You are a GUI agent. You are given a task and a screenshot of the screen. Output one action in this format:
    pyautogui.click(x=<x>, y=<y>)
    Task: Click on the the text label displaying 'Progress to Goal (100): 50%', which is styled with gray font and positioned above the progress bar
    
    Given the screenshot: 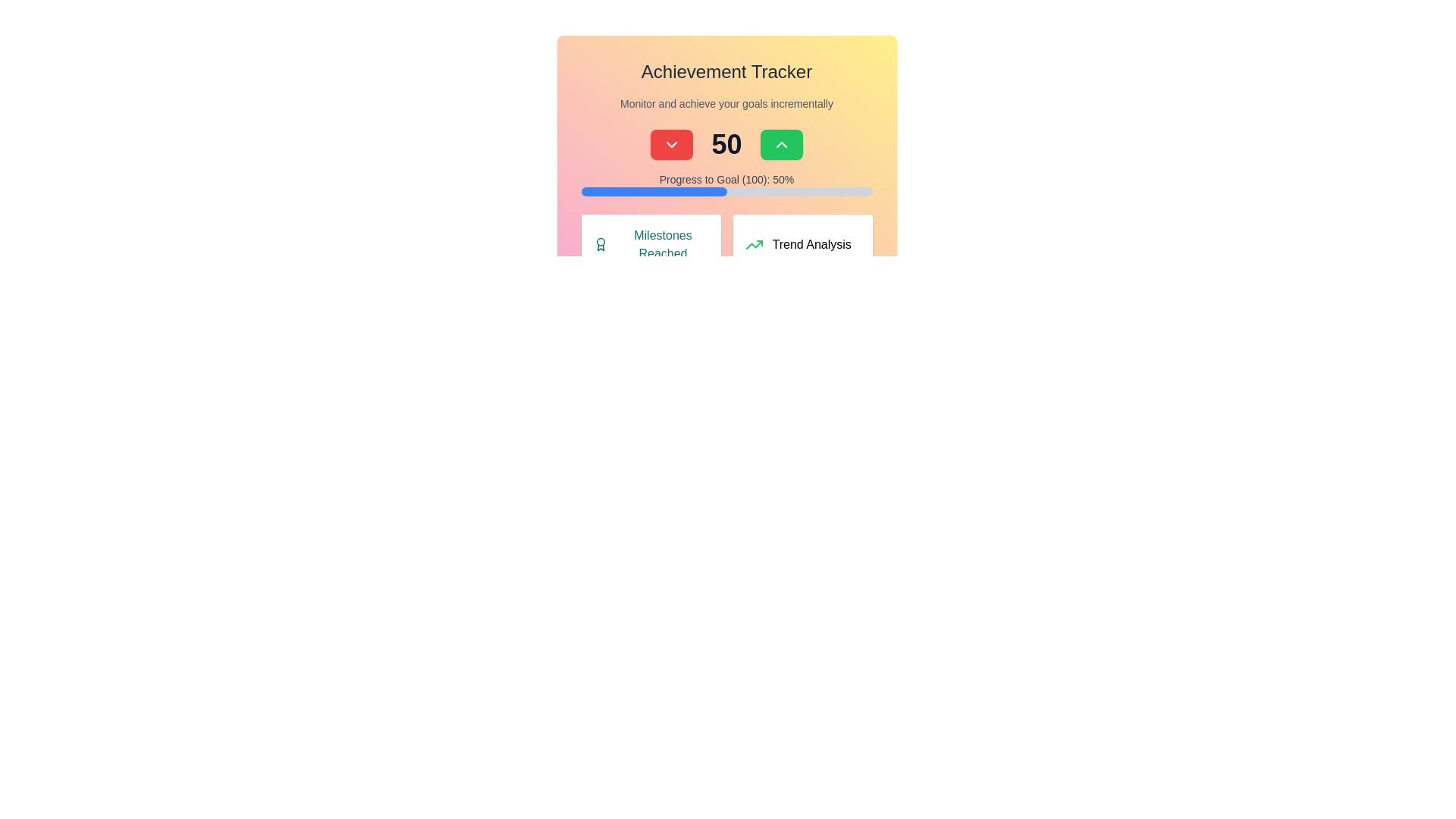 What is the action you would take?
    pyautogui.click(x=726, y=178)
    